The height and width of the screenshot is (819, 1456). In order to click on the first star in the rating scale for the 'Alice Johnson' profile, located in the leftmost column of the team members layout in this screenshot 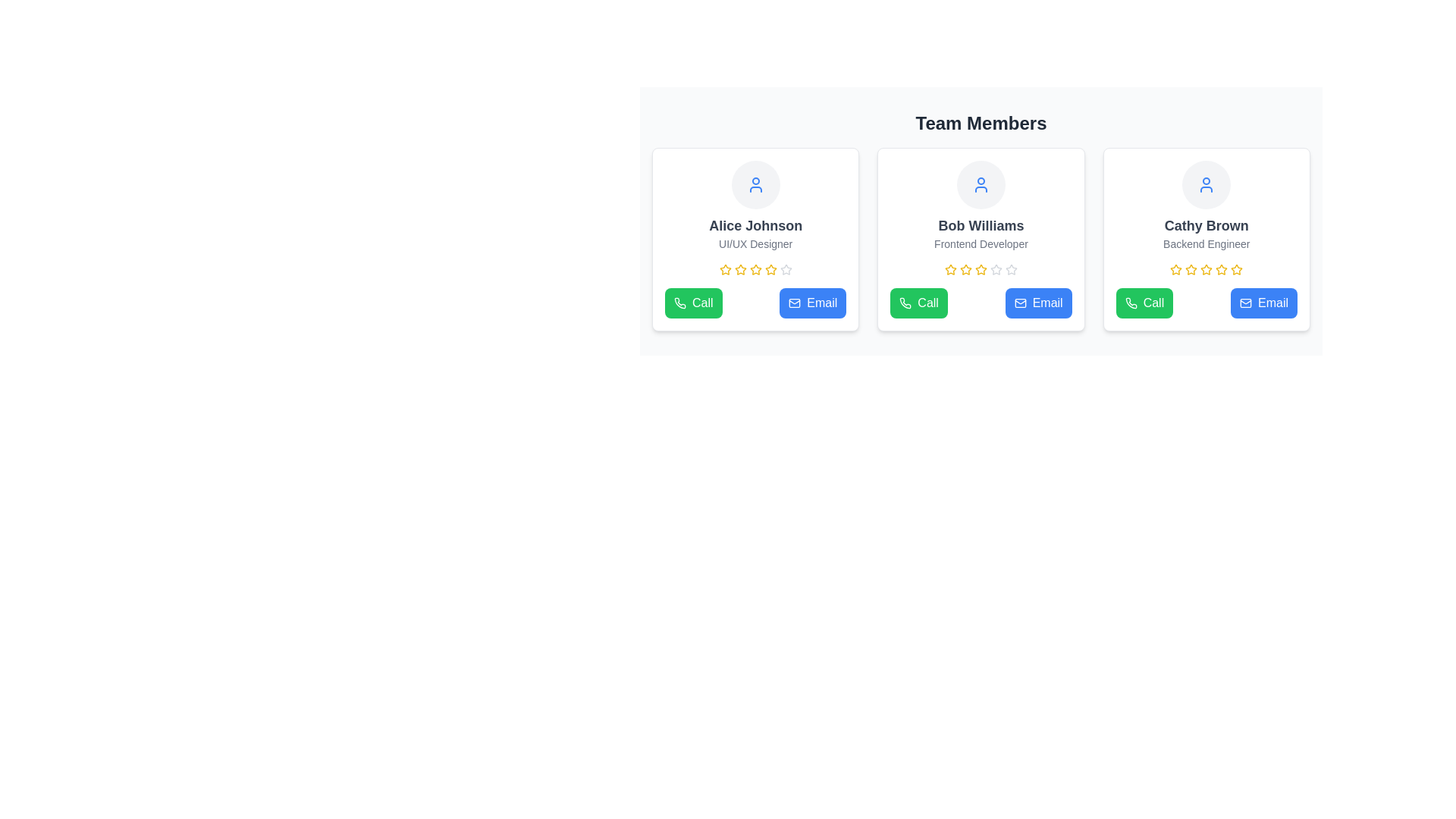, I will do `click(724, 268)`.